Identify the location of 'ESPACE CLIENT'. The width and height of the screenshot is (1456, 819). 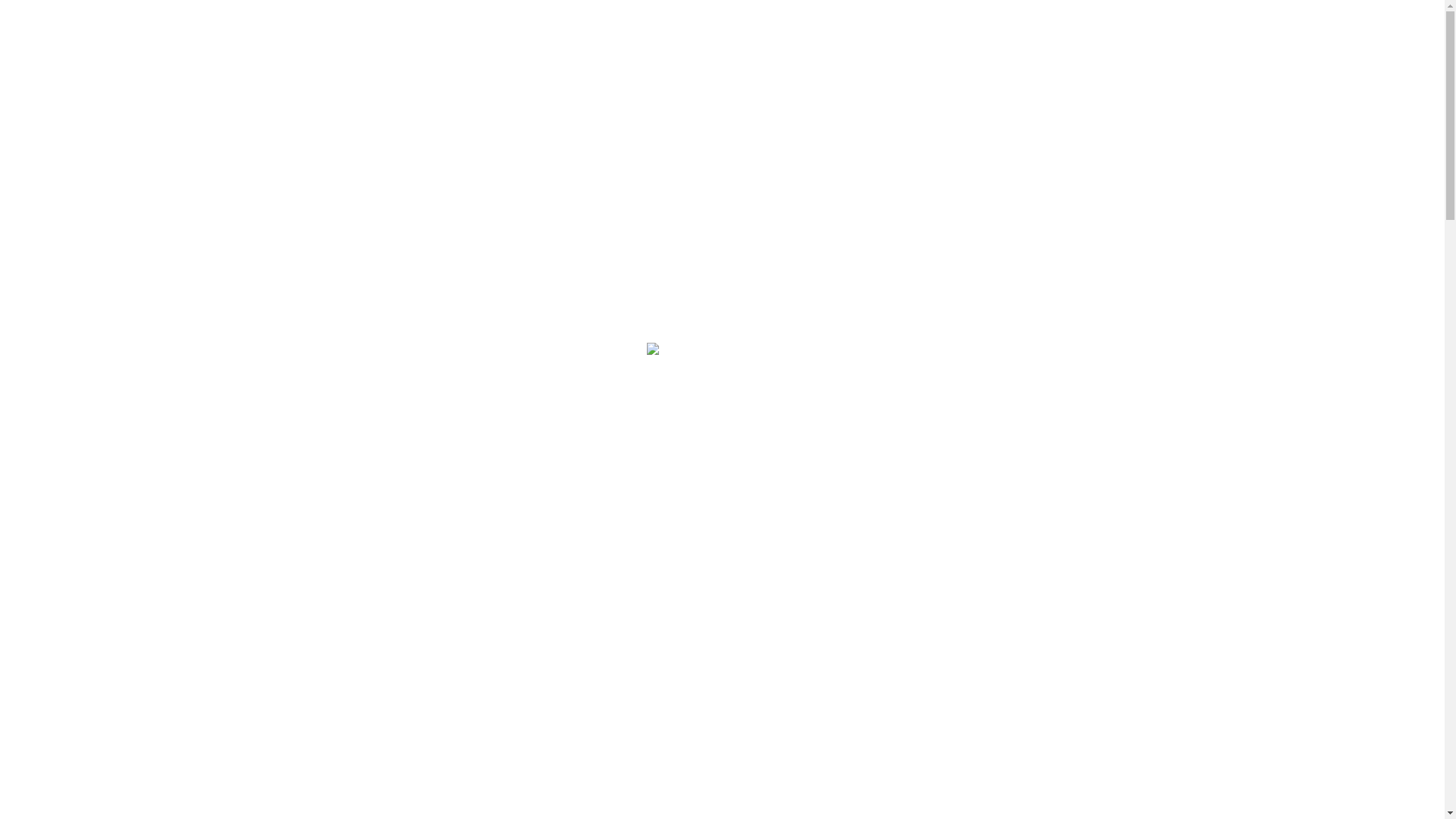
(1061, 40).